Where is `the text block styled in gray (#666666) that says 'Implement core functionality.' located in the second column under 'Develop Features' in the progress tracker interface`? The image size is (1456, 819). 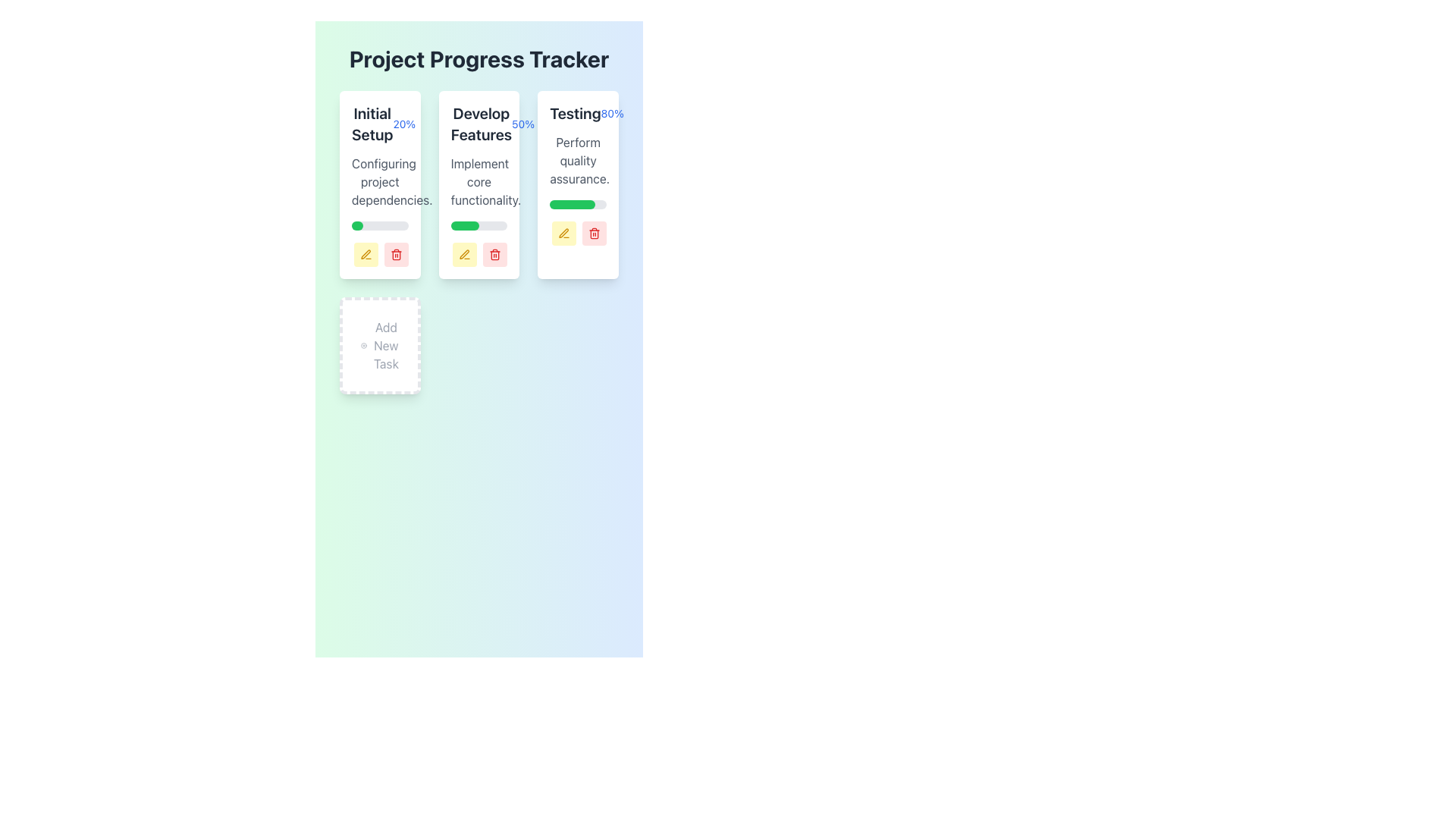 the text block styled in gray (#666666) that says 'Implement core functionality.' located in the second column under 'Develop Features' in the progress tracker interface is located at coordinates (479, 180).